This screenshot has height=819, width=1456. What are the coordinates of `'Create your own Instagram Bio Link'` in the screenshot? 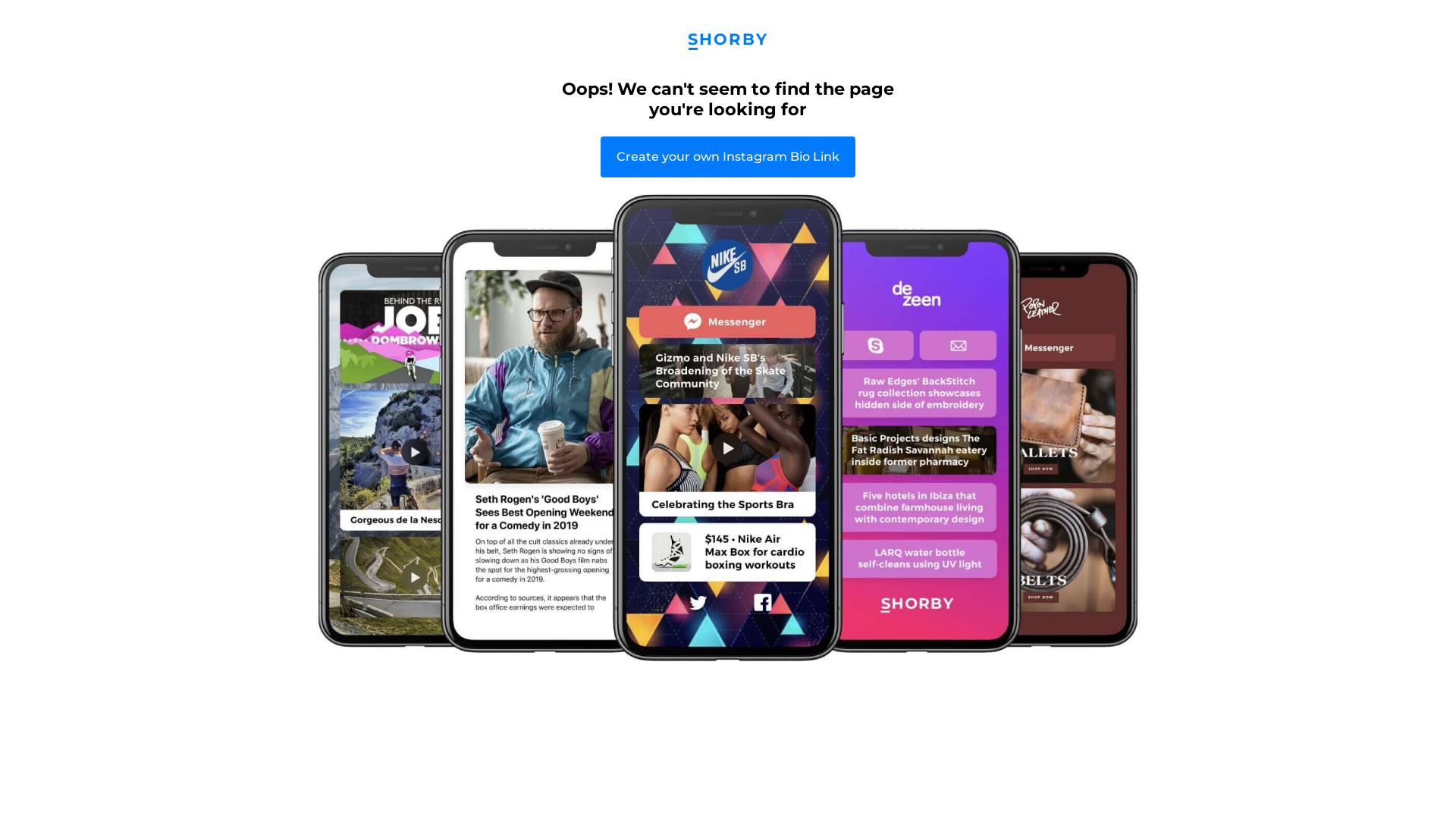 It's located at (728, 157).